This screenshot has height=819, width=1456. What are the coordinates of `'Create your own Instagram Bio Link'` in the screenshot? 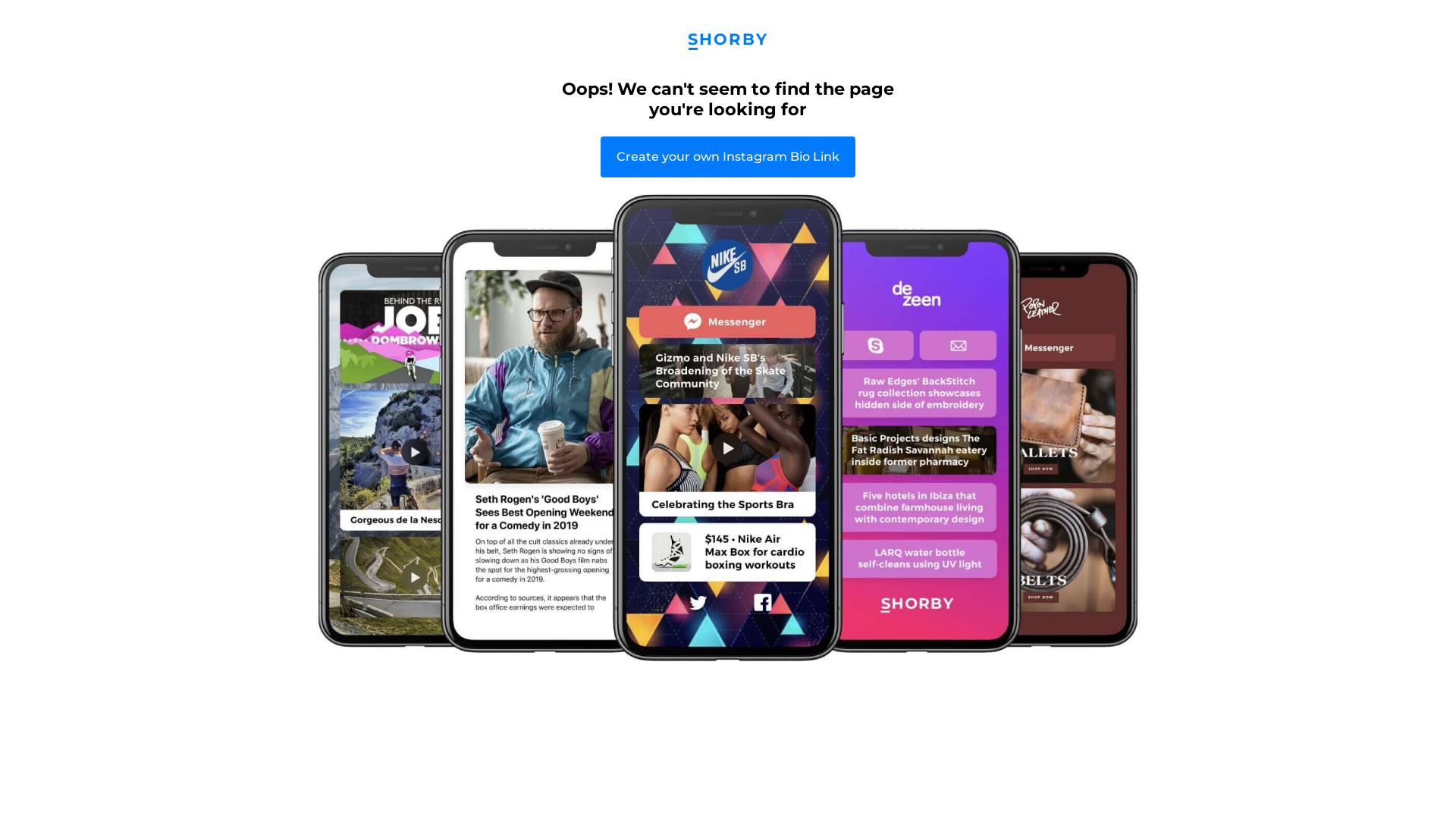 It's located at (728, 157).